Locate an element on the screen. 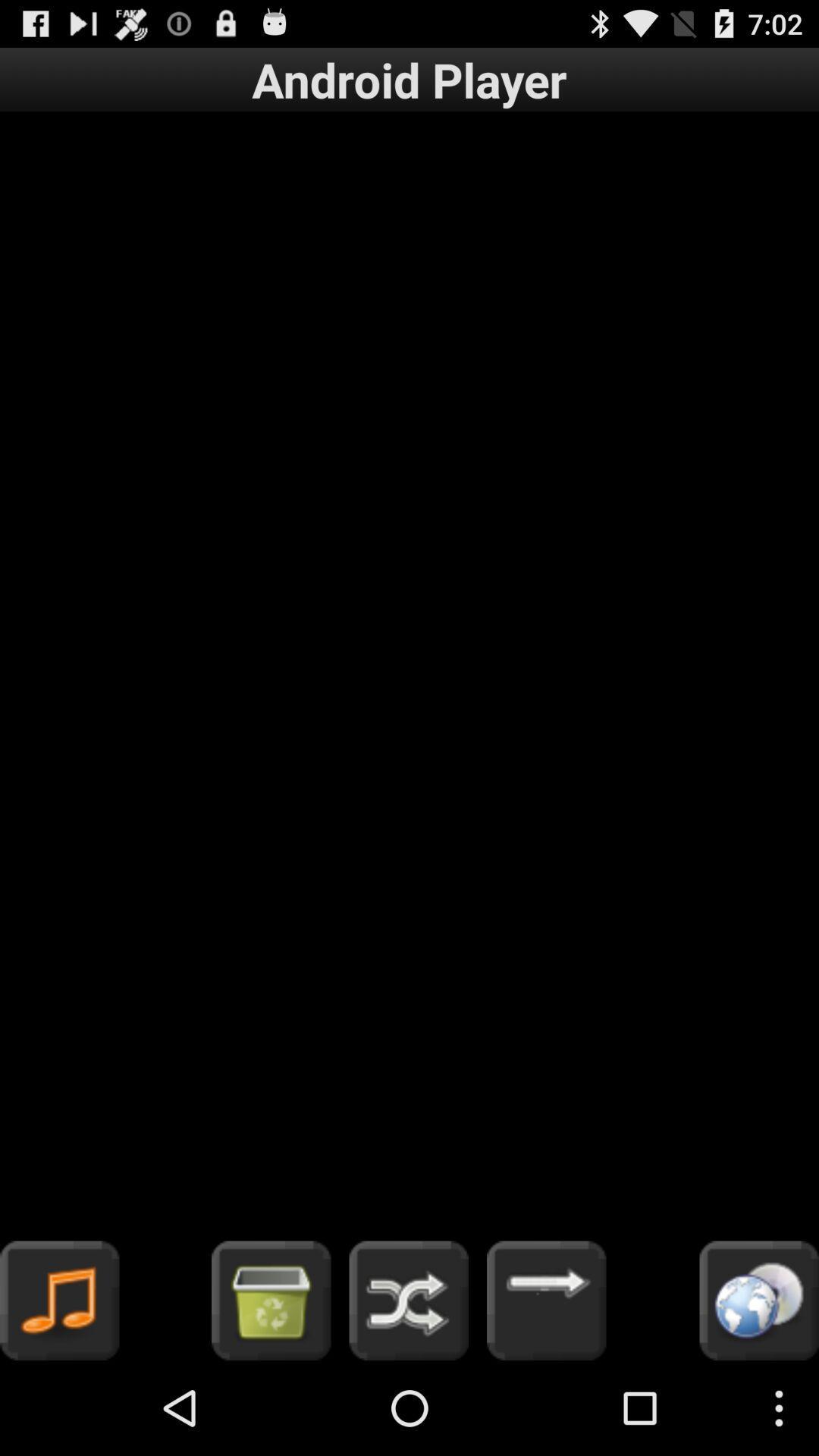 This screenshot has height=1456, width=819. the globe icon is located at coordinates (759, 1392).